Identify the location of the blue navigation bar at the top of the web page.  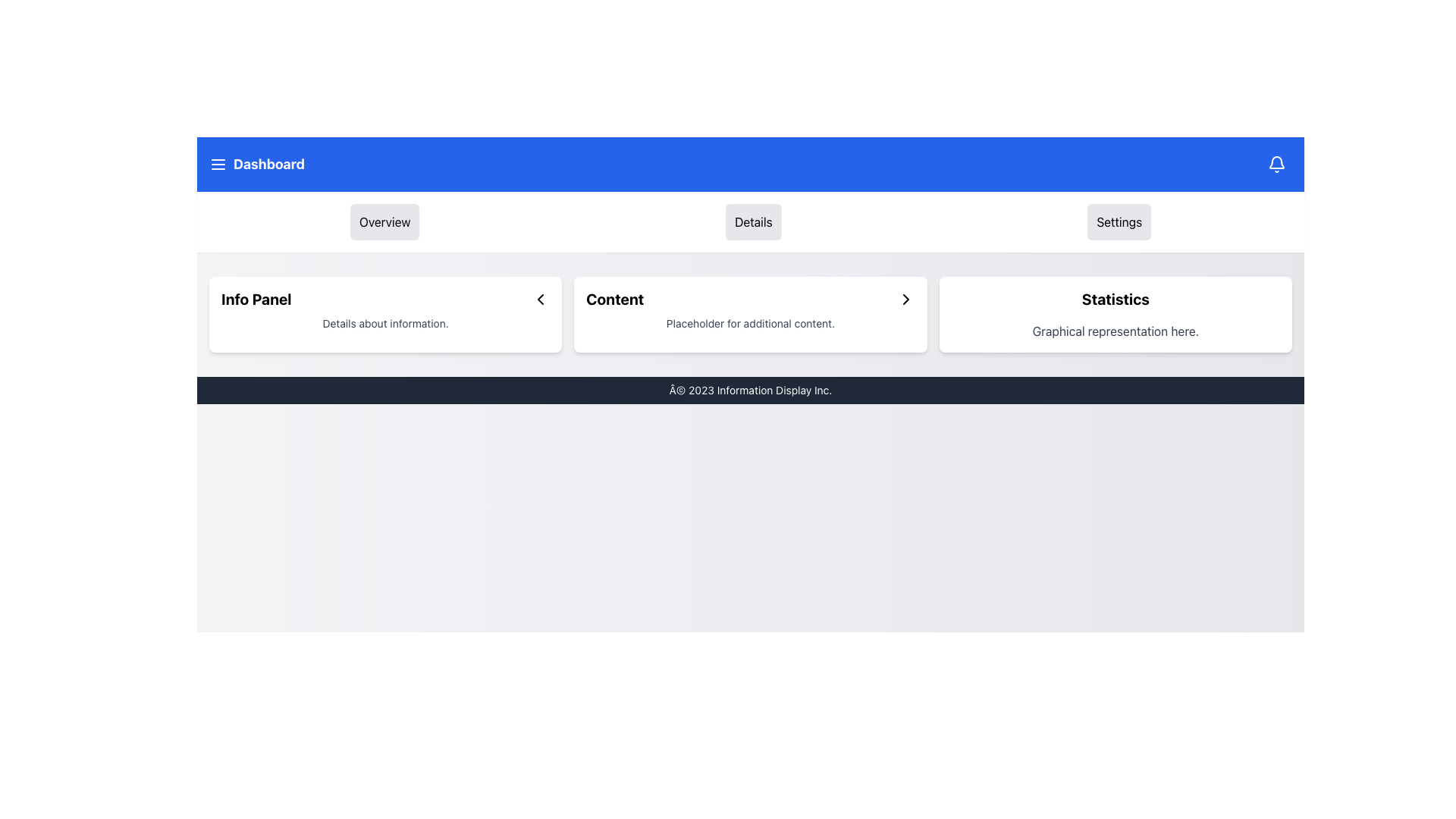
(750, 164).